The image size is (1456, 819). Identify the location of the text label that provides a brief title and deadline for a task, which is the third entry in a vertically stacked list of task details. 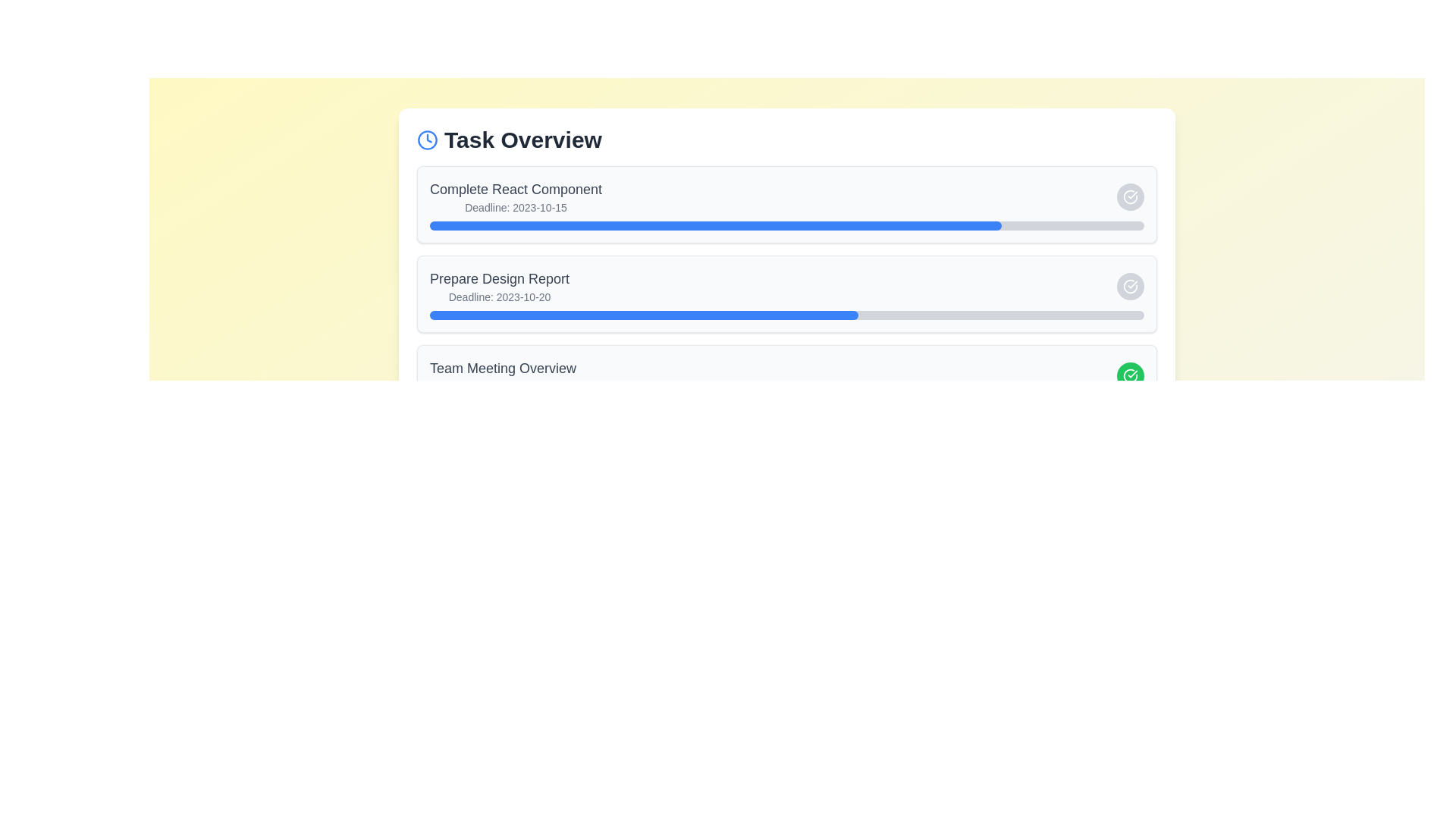
(503, 375).